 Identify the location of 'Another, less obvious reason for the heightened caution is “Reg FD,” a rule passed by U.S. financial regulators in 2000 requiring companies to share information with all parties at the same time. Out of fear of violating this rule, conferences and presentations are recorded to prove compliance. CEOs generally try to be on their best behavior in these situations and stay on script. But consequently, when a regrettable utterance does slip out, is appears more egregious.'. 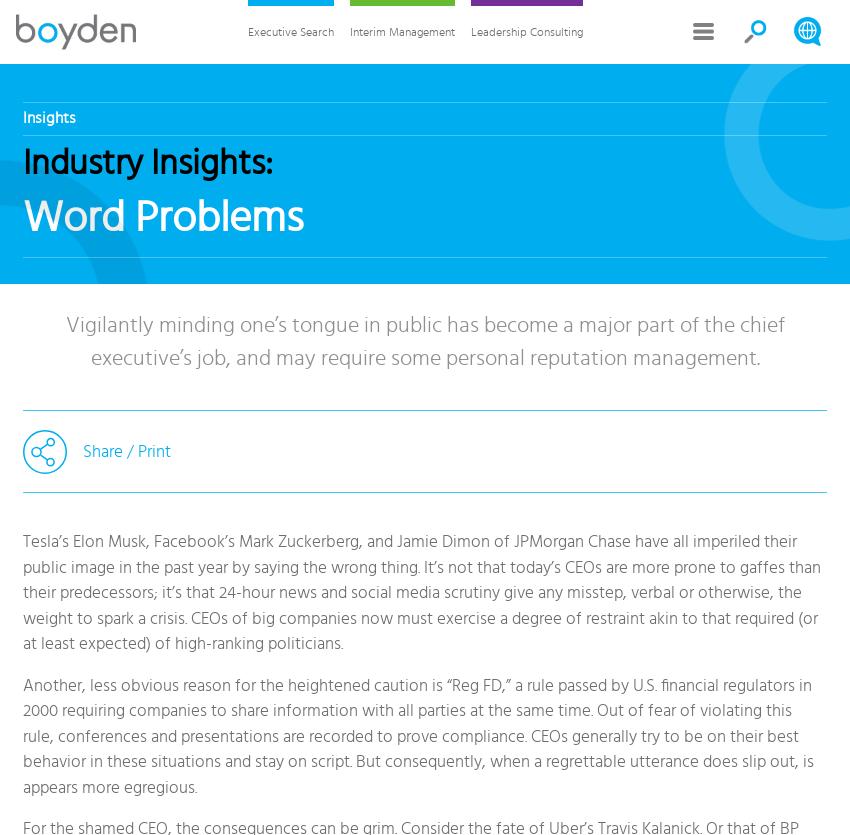
(418, 735).